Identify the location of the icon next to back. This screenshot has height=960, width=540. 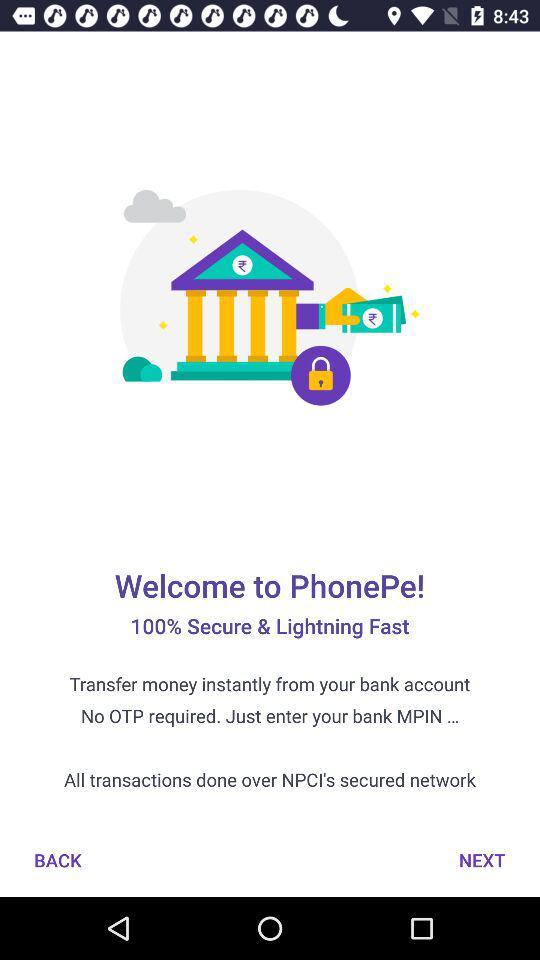
(481, 859).